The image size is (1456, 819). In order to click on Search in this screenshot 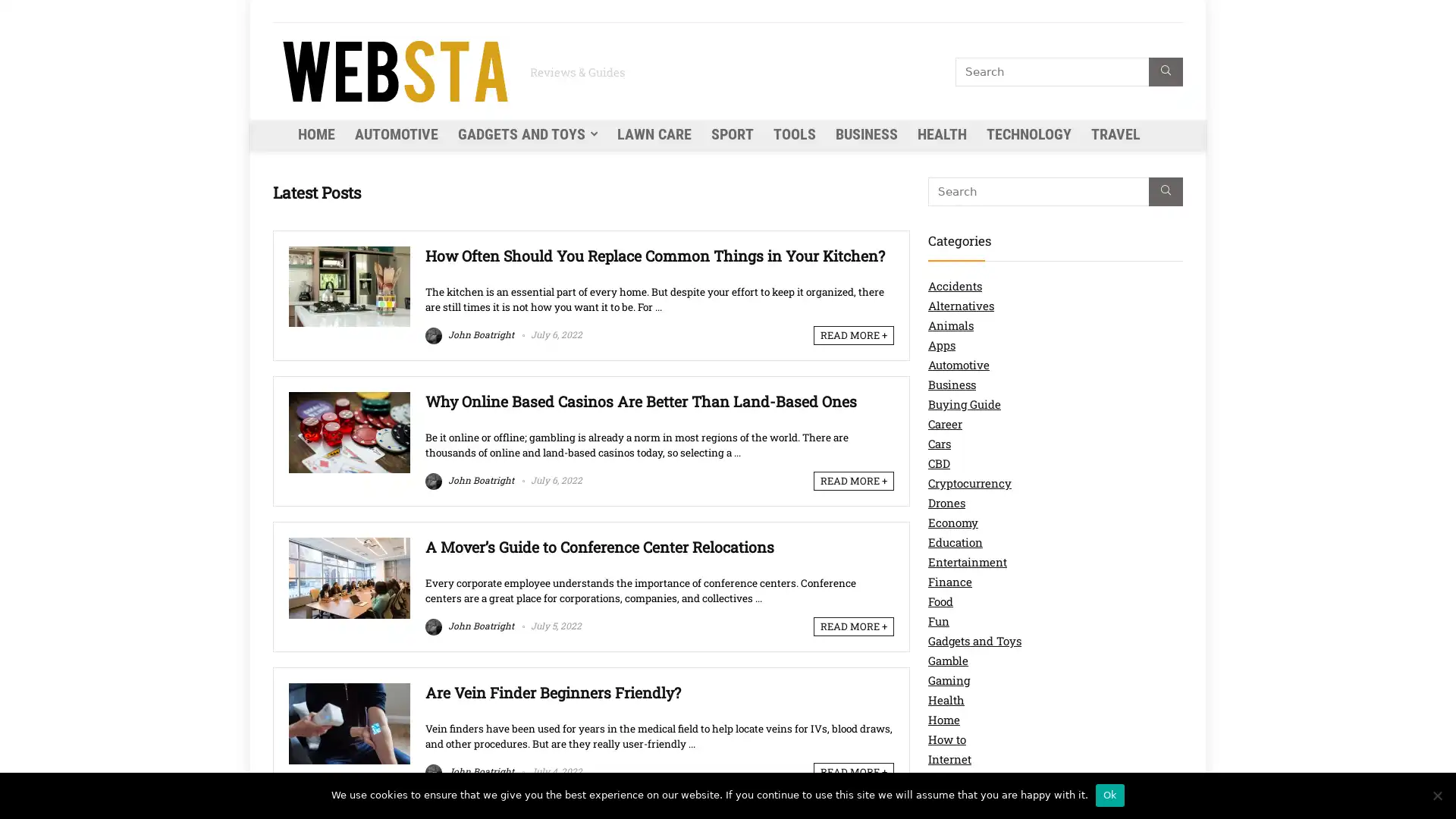, I will do `click(1165, 72)`.